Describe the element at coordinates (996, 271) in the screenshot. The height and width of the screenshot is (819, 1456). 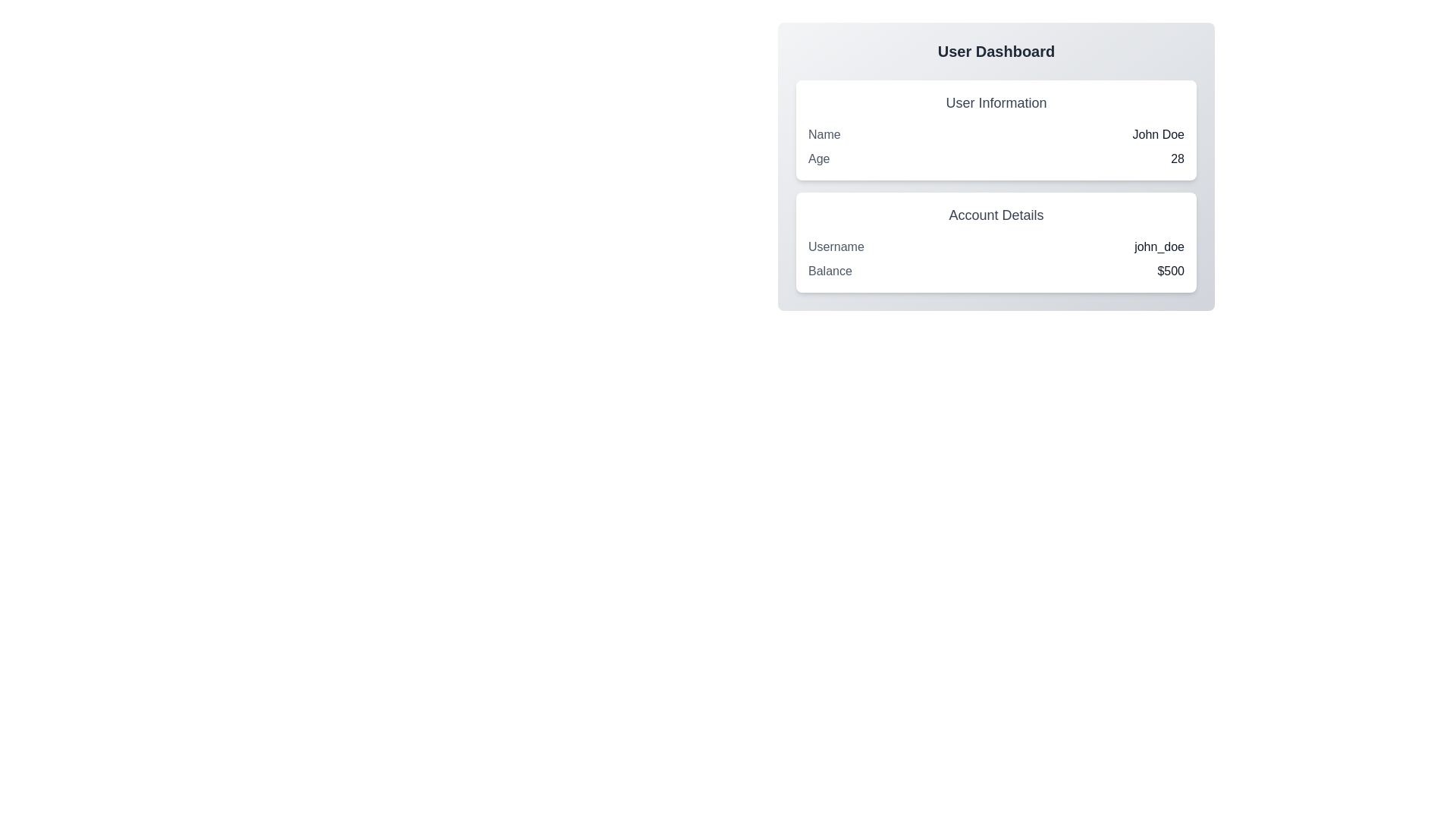
I see `the Information Display Row that shows the current balance of the user, located below the 'Username' row in the 'Account Details' card` at that location.